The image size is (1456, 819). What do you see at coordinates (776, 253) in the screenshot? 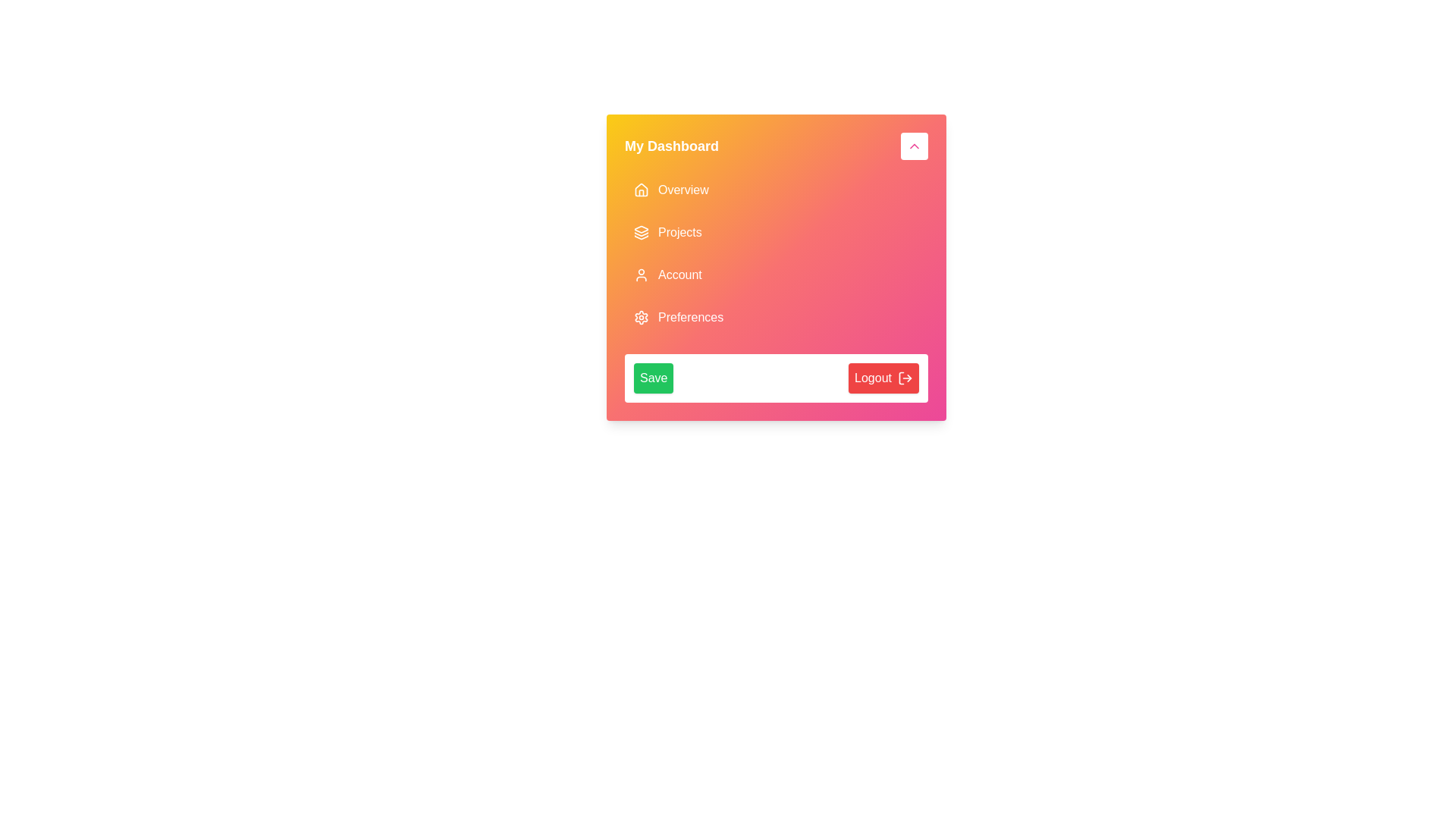
I see `the 'Projects' entry in the vertical navigation menu` at bounding box center [776, 253].